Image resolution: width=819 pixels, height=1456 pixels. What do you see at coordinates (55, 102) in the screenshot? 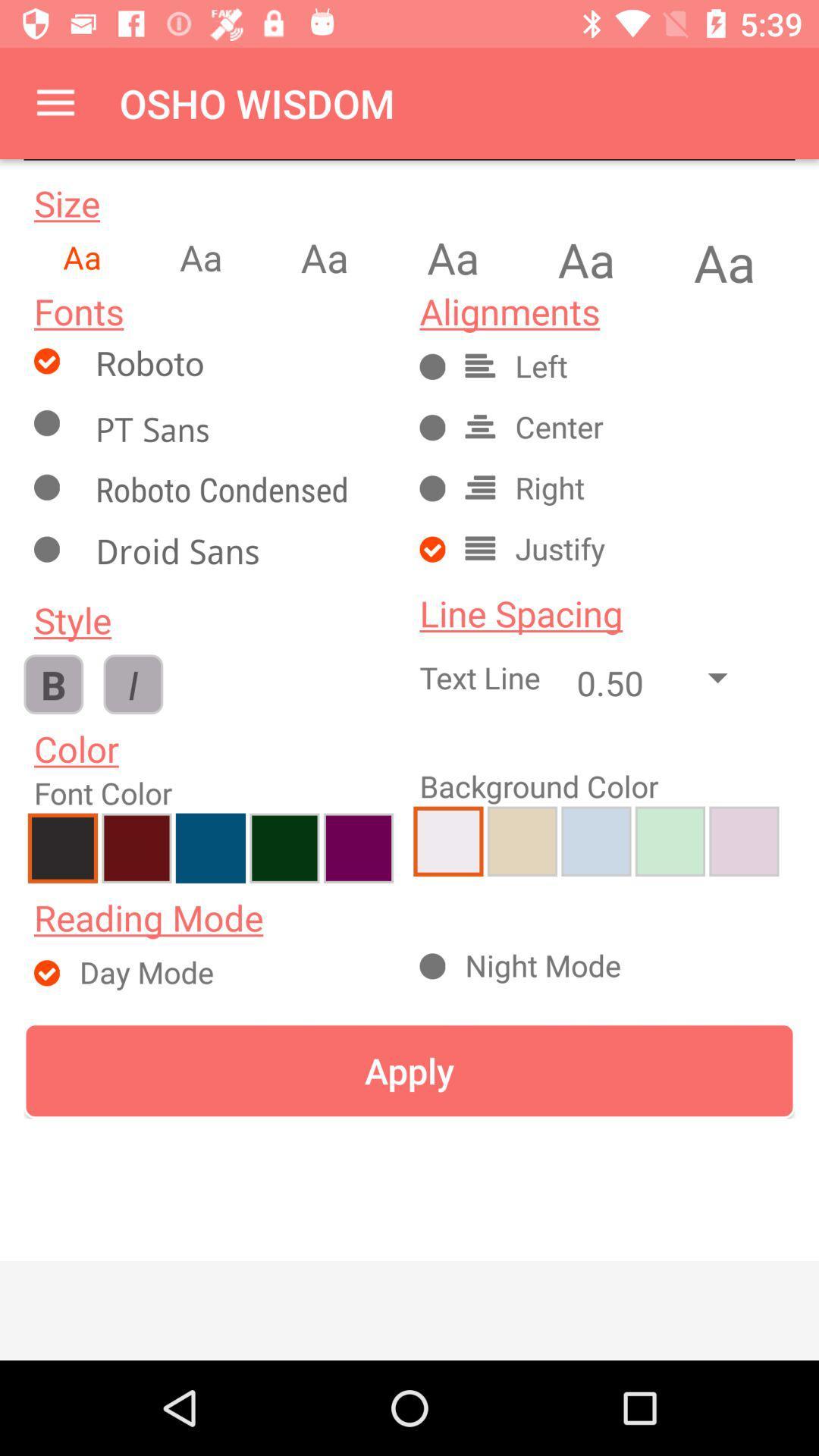
I see `the item to the left of osho wisdom` at bounding box center [55, 102].